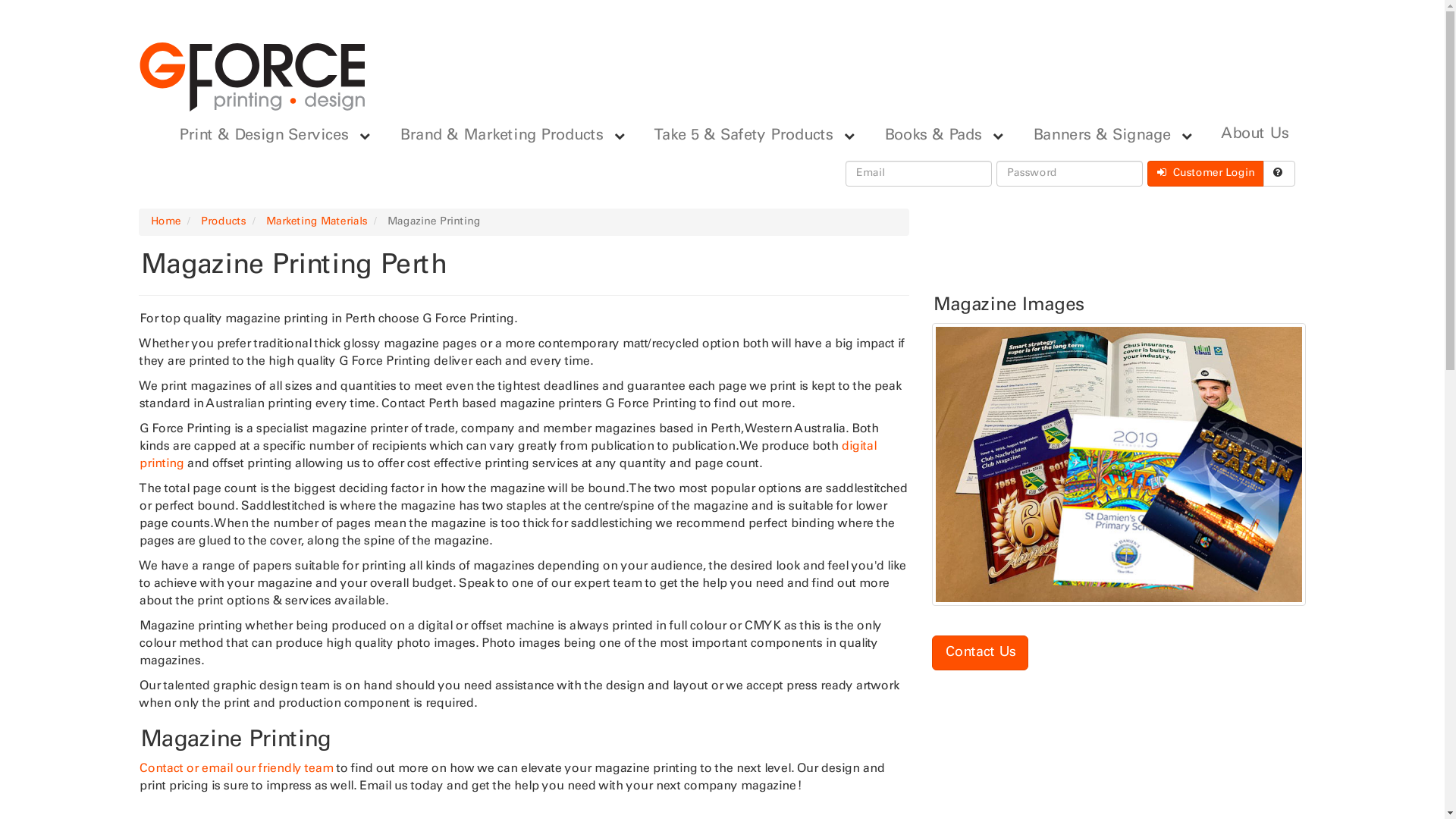 The width and height of the screenshot is (1456, 819). Describe the element at coordinates (165, 221) in the screenshot. I see `'Home'` at that location.